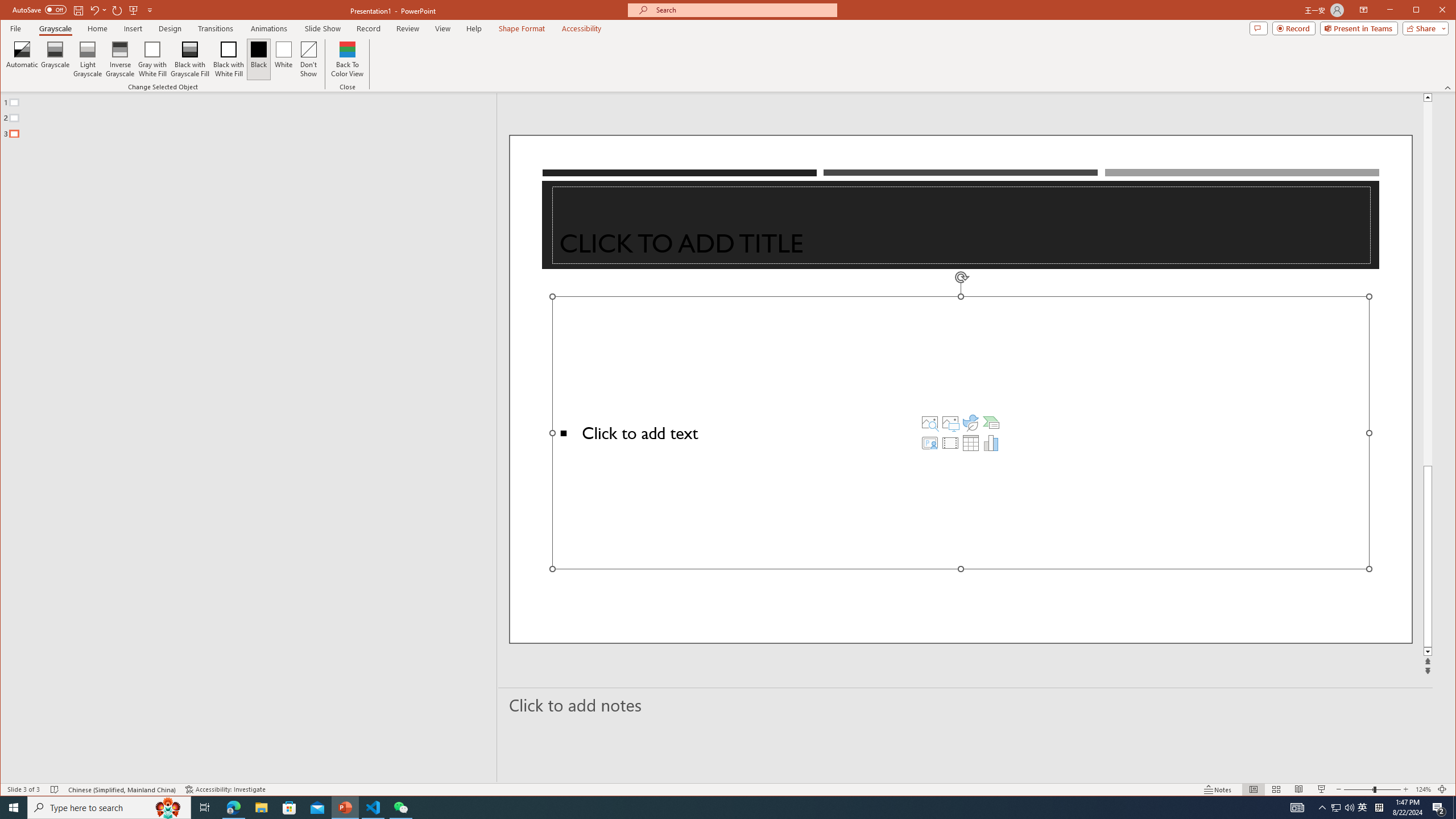 This screenshot has width=1456, height=819. I want to click on 'Maximize', so click(1433, 11).